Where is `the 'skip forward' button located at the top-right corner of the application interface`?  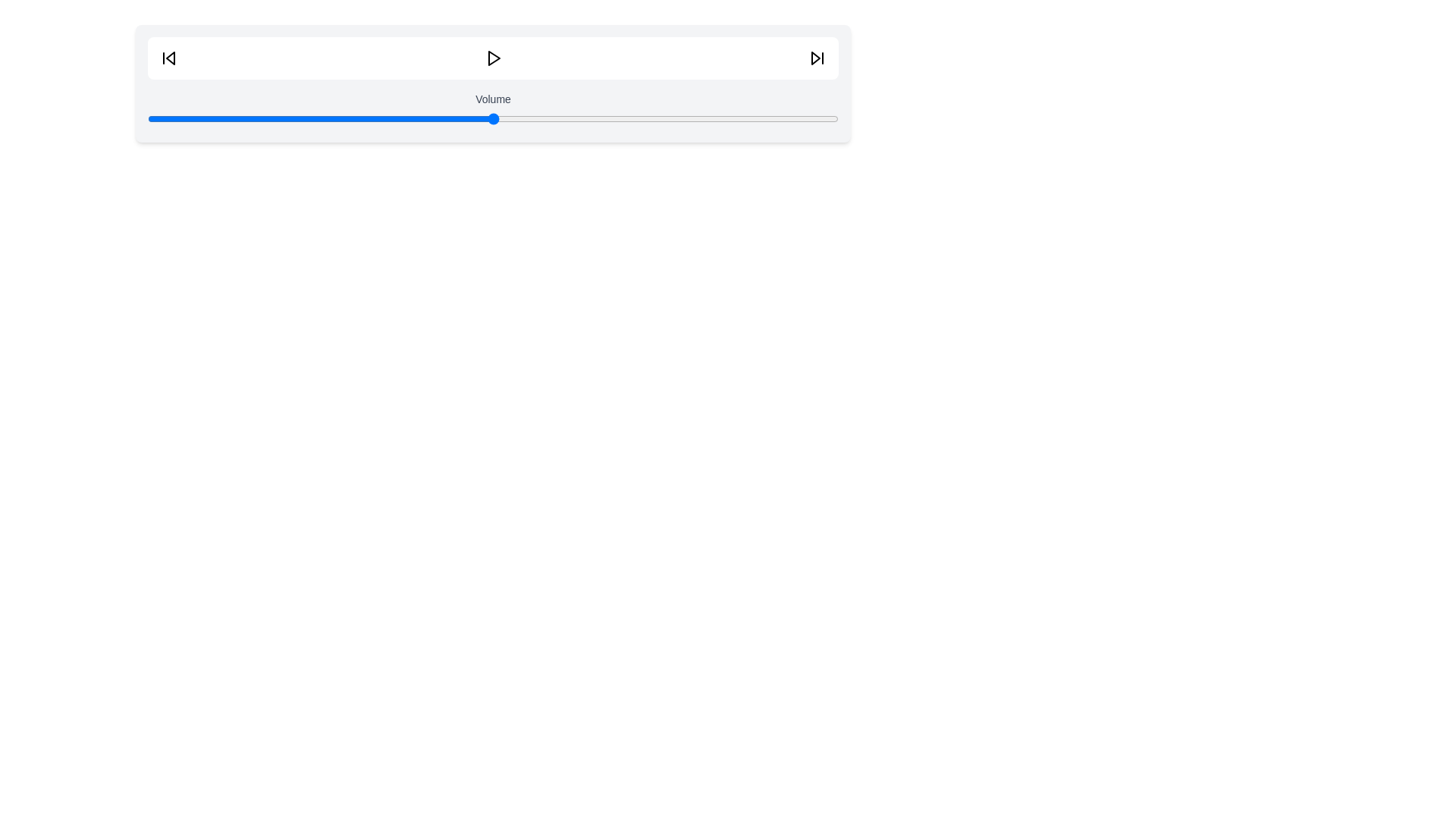
the 'skip forward' button located at the top-right corner of the application interface is located at coordinates (817, 58).